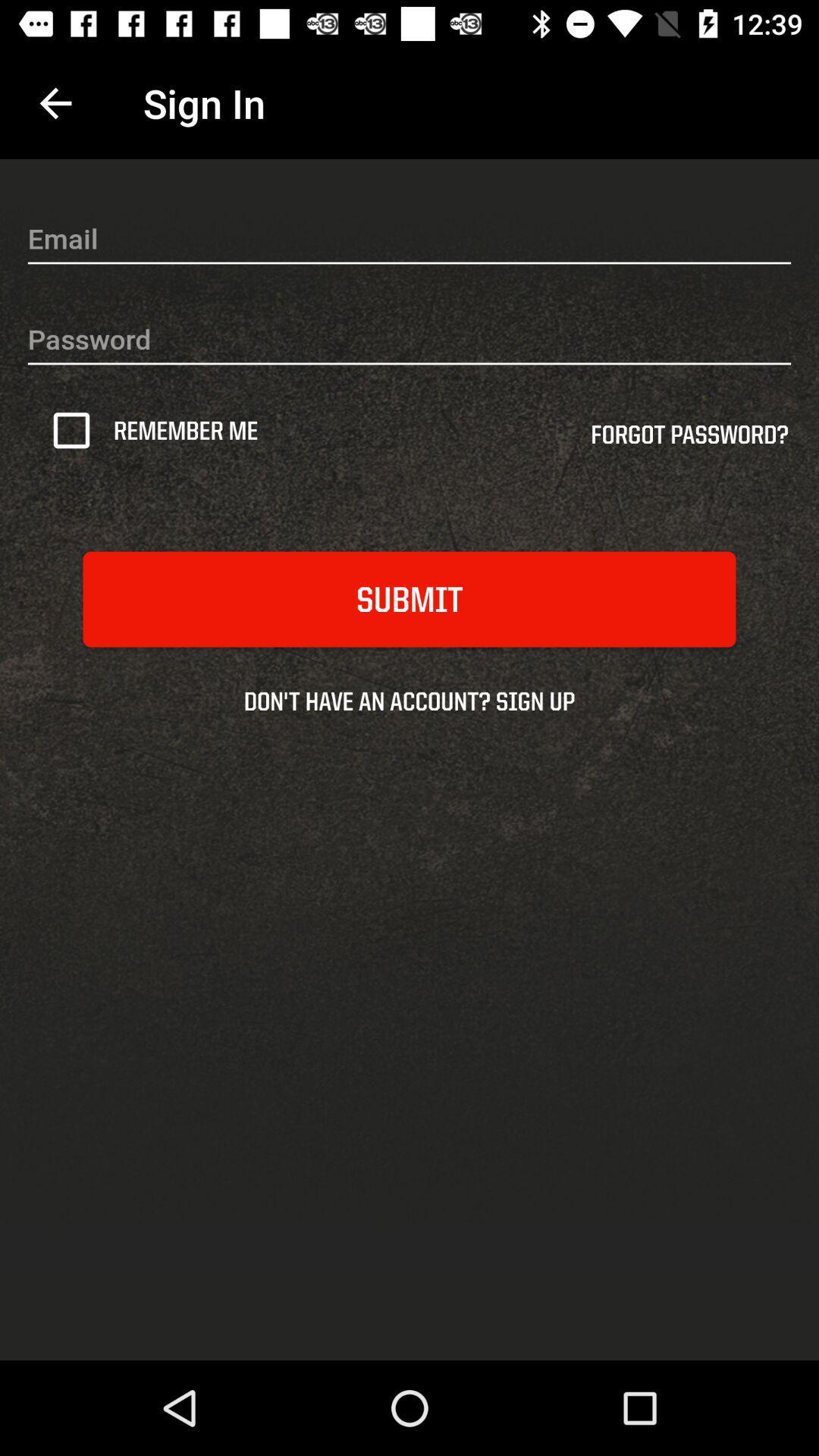 This screenshot has height=1456, width=819. What do you see at coordinates (409, 598) in the screenshot?
I see `submit icon` at bounding box center [409, 598].